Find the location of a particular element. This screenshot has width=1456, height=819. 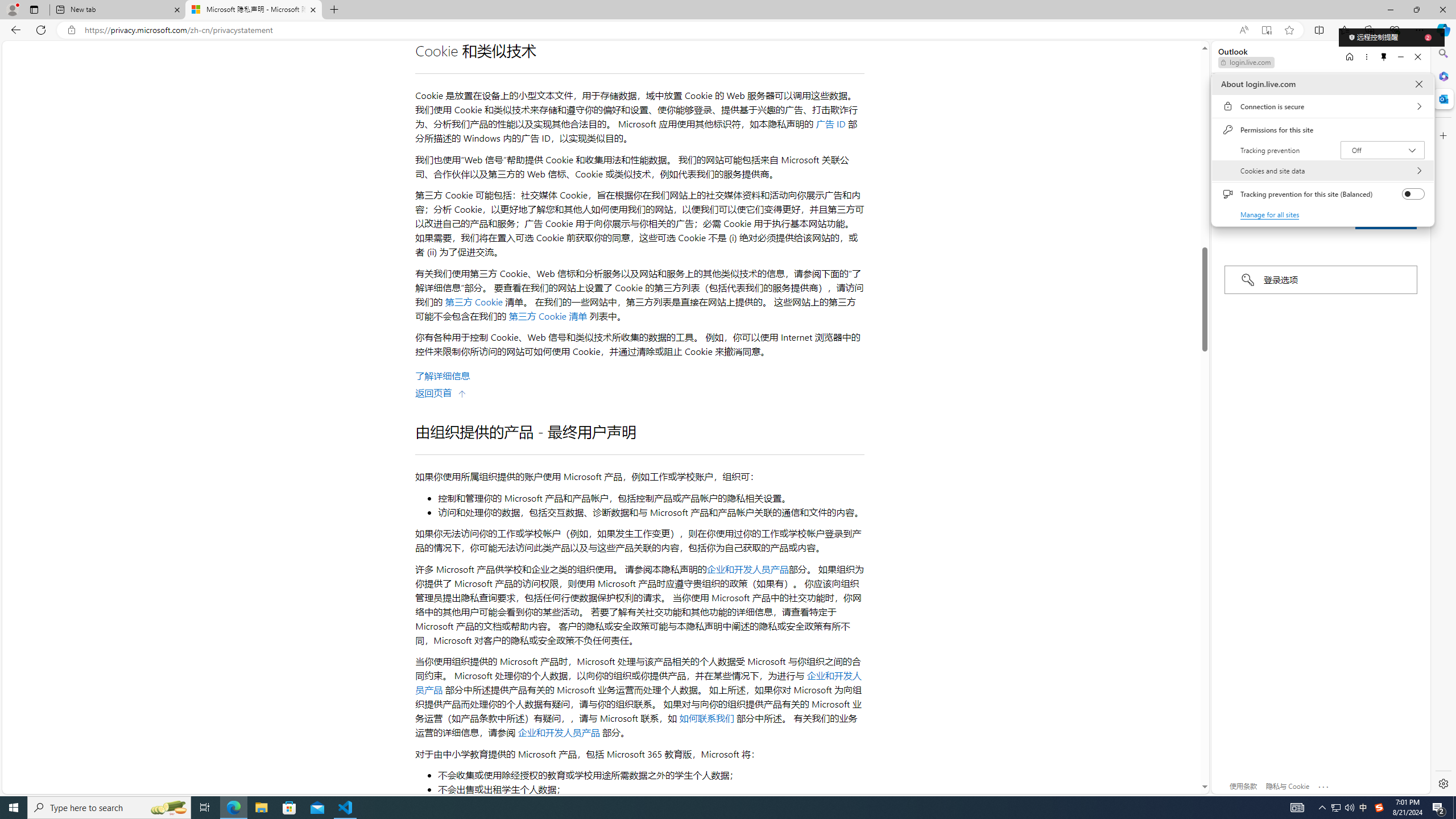

'Manage for all sites' is located at coordinates (1270, 214).